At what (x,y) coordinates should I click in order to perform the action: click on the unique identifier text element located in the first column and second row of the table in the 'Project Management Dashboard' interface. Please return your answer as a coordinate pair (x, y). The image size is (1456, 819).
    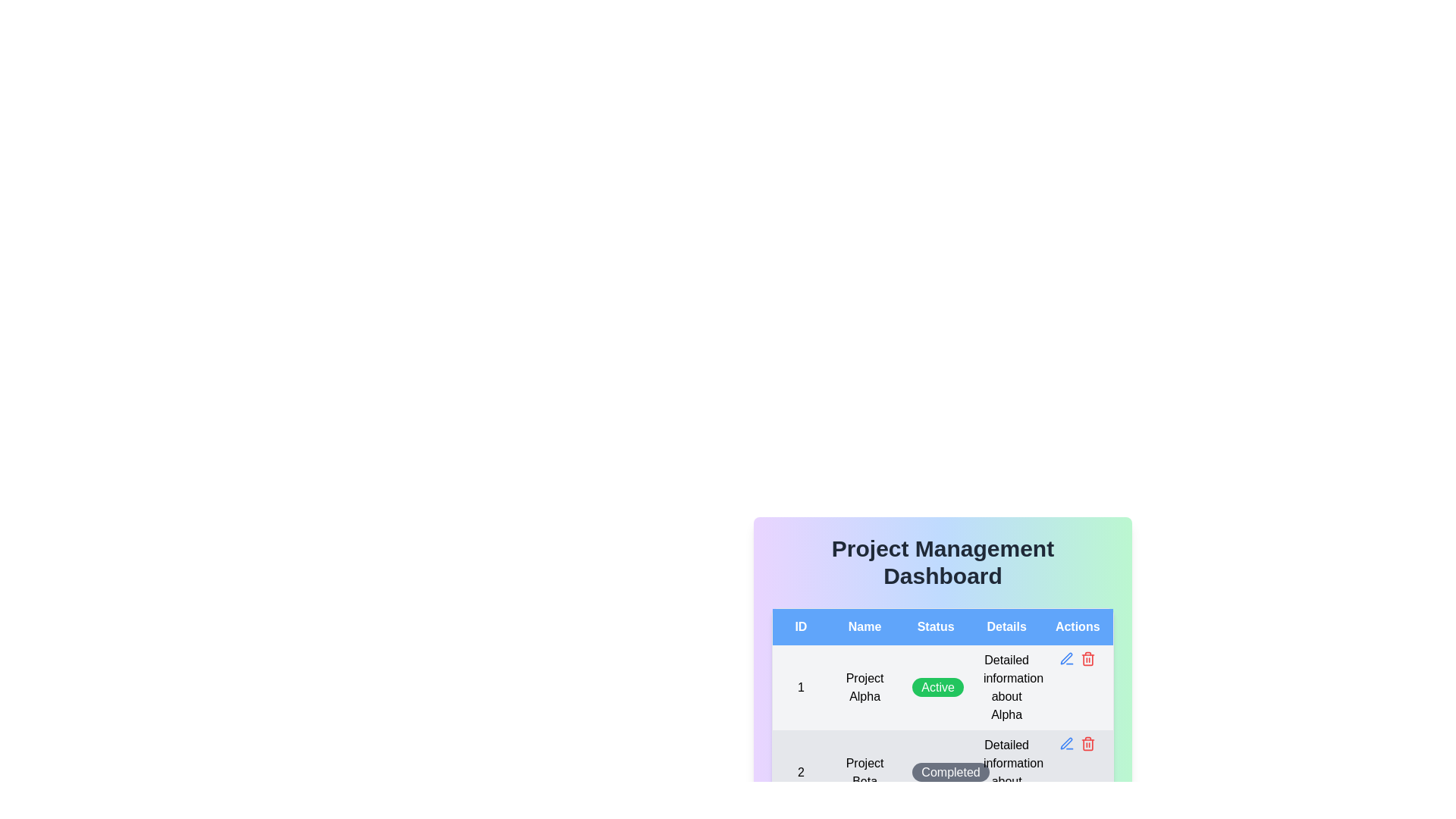
    Looking at the image, I should click on (800, 772).